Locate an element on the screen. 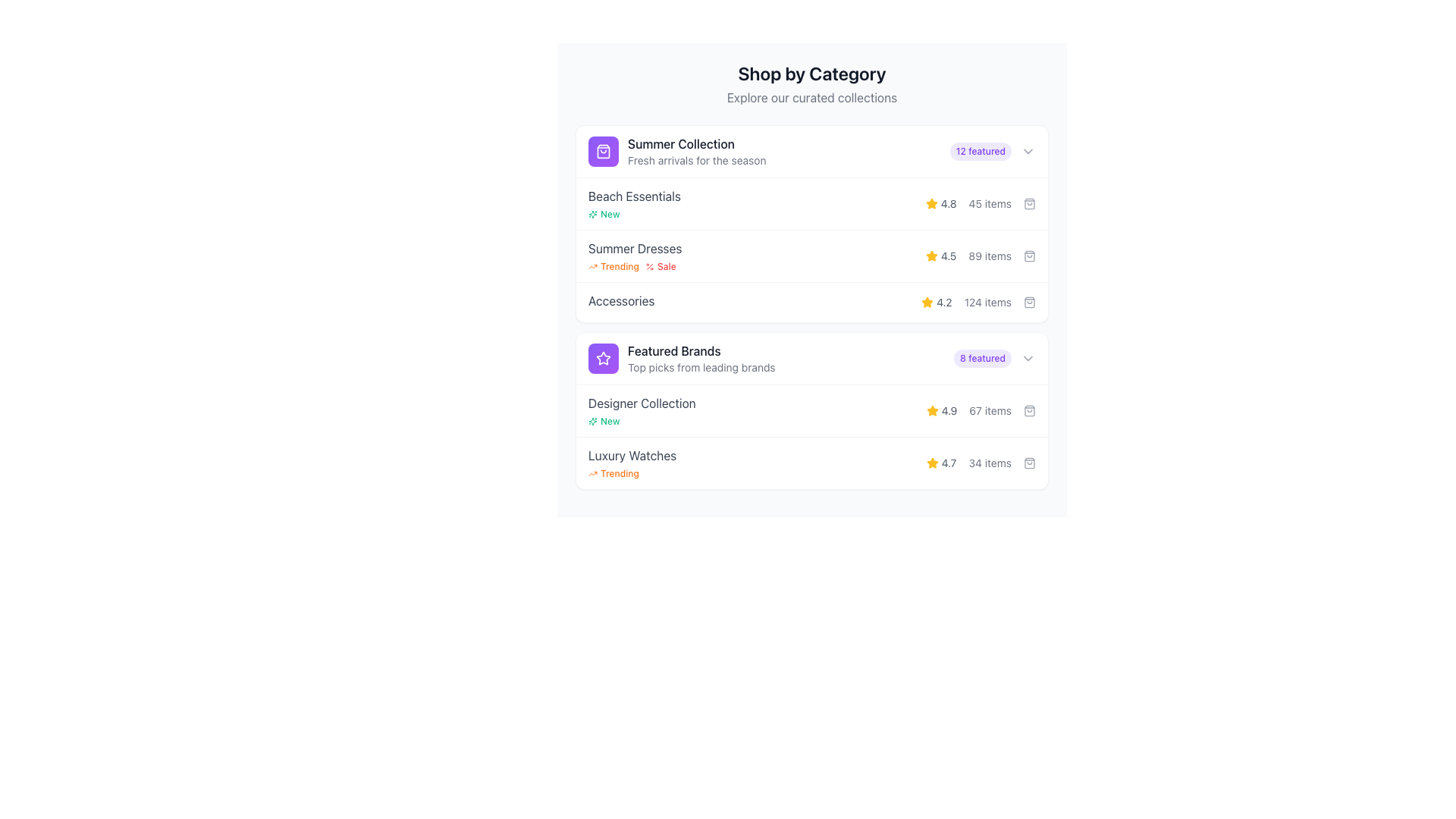 The image size is (1456, 819). the label displaying '34 items' in small gray font located at the bottom-right corner of the UI elements group is located at coordinates (990, 462).